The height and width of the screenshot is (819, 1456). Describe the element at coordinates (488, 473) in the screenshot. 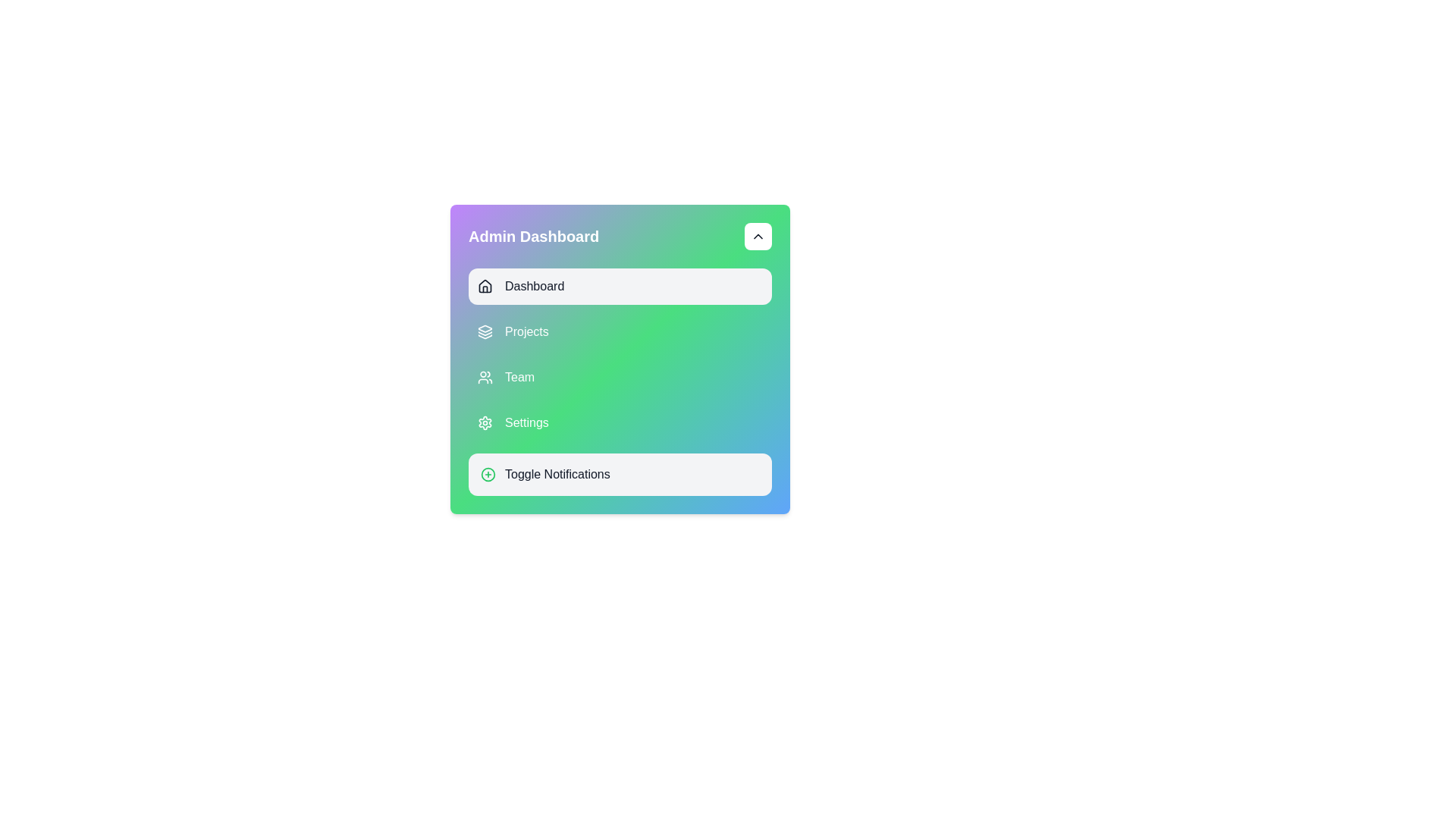

I see `the notification toggle icon located to the left of the 'Toggle Notifications' text in the dashboard interface` at that location.